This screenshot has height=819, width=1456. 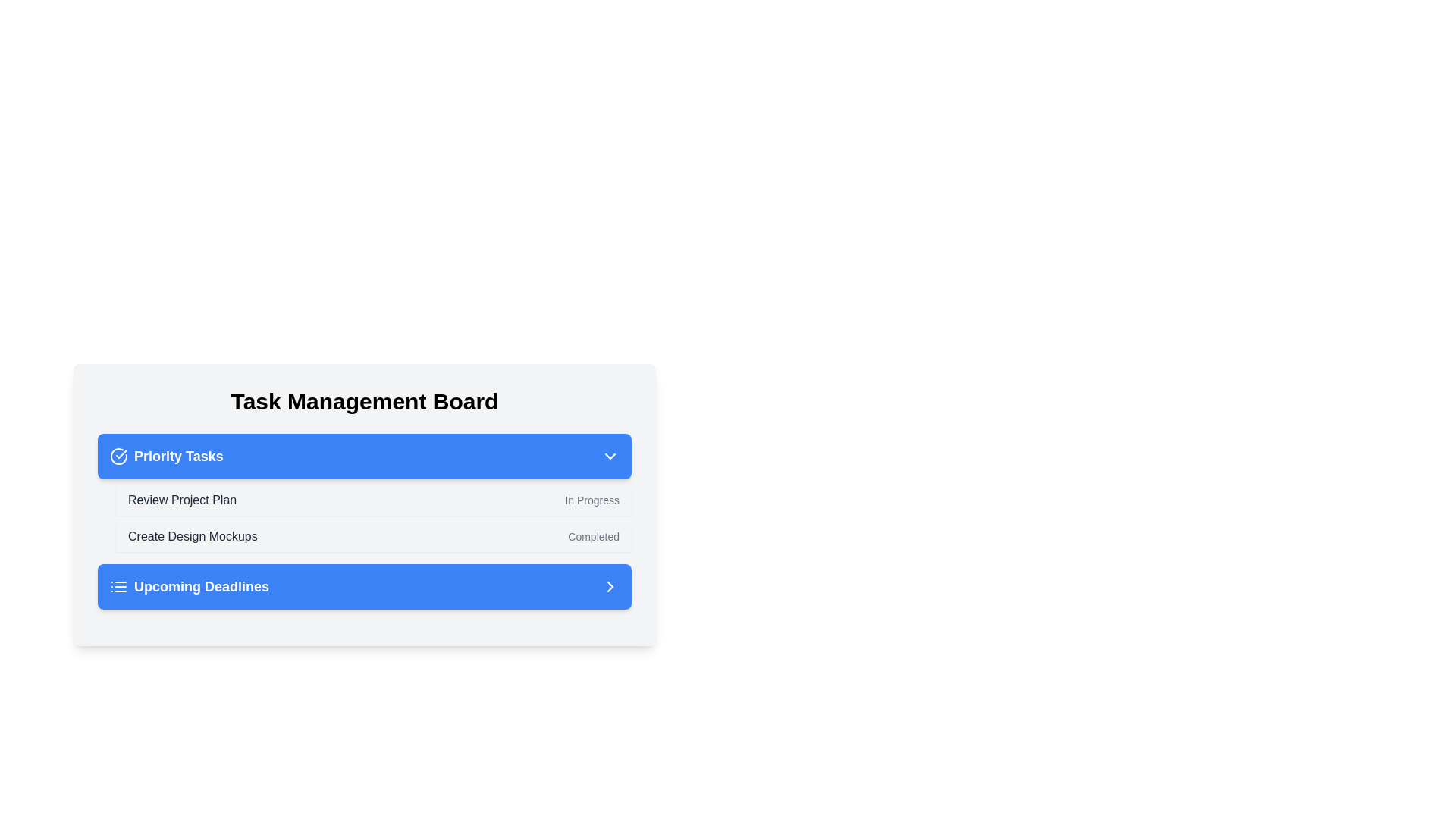 I want to click on the 'Priority Tasks' text label with a blue background located in the 'Task Management Board' section, so click(x=178, y=455).